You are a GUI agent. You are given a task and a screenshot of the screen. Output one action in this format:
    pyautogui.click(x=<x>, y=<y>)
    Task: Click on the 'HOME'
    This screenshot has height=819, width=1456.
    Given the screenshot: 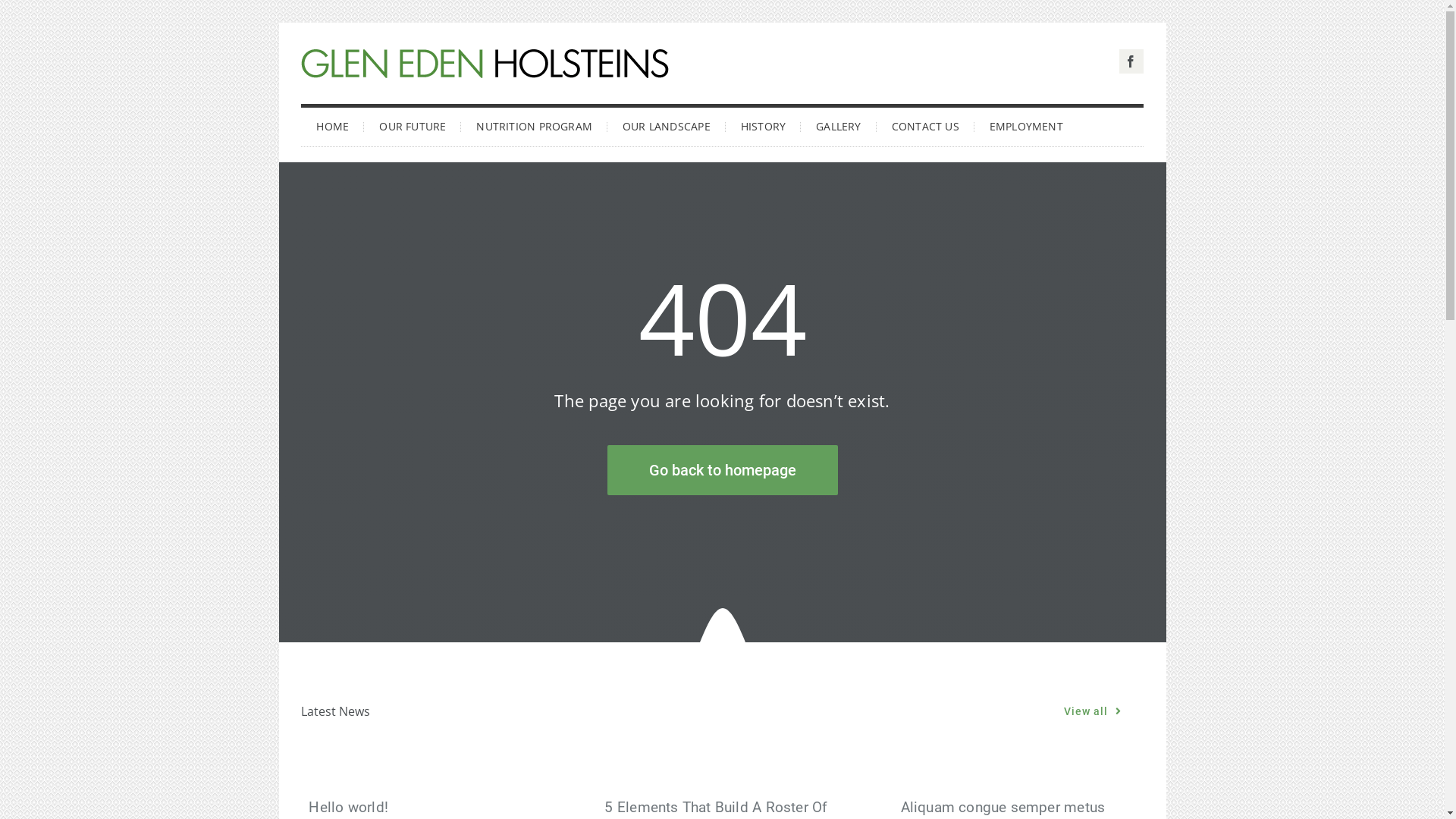 What is the action you would take?
    pyautogui.click(x=301, y=124)
    